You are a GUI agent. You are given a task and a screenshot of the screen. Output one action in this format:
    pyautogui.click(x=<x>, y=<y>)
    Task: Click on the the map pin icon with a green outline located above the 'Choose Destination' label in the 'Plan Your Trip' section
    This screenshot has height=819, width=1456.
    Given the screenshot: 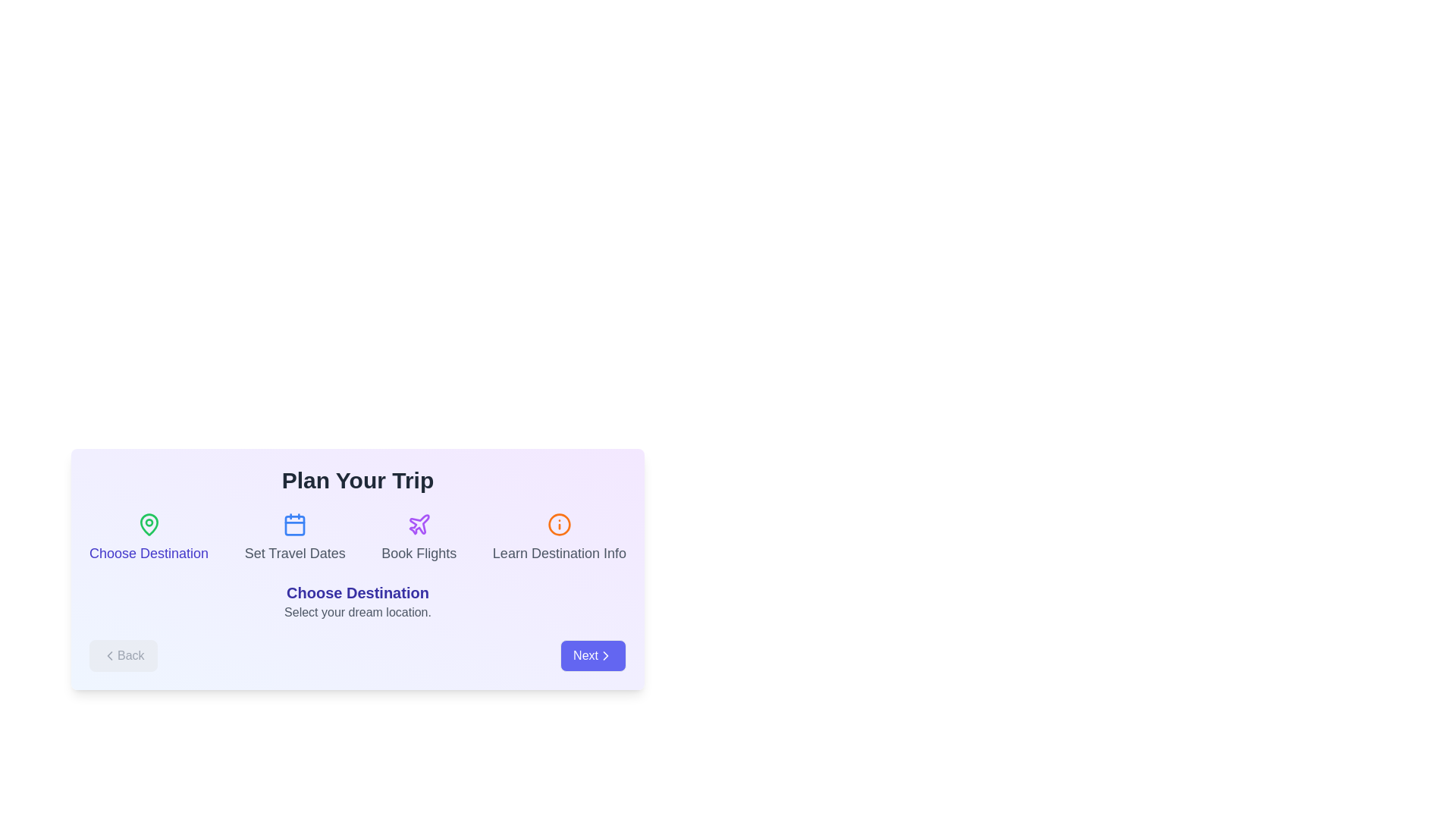 What is the action you would take?
    pyautogui.click(x=149, y=523)
    